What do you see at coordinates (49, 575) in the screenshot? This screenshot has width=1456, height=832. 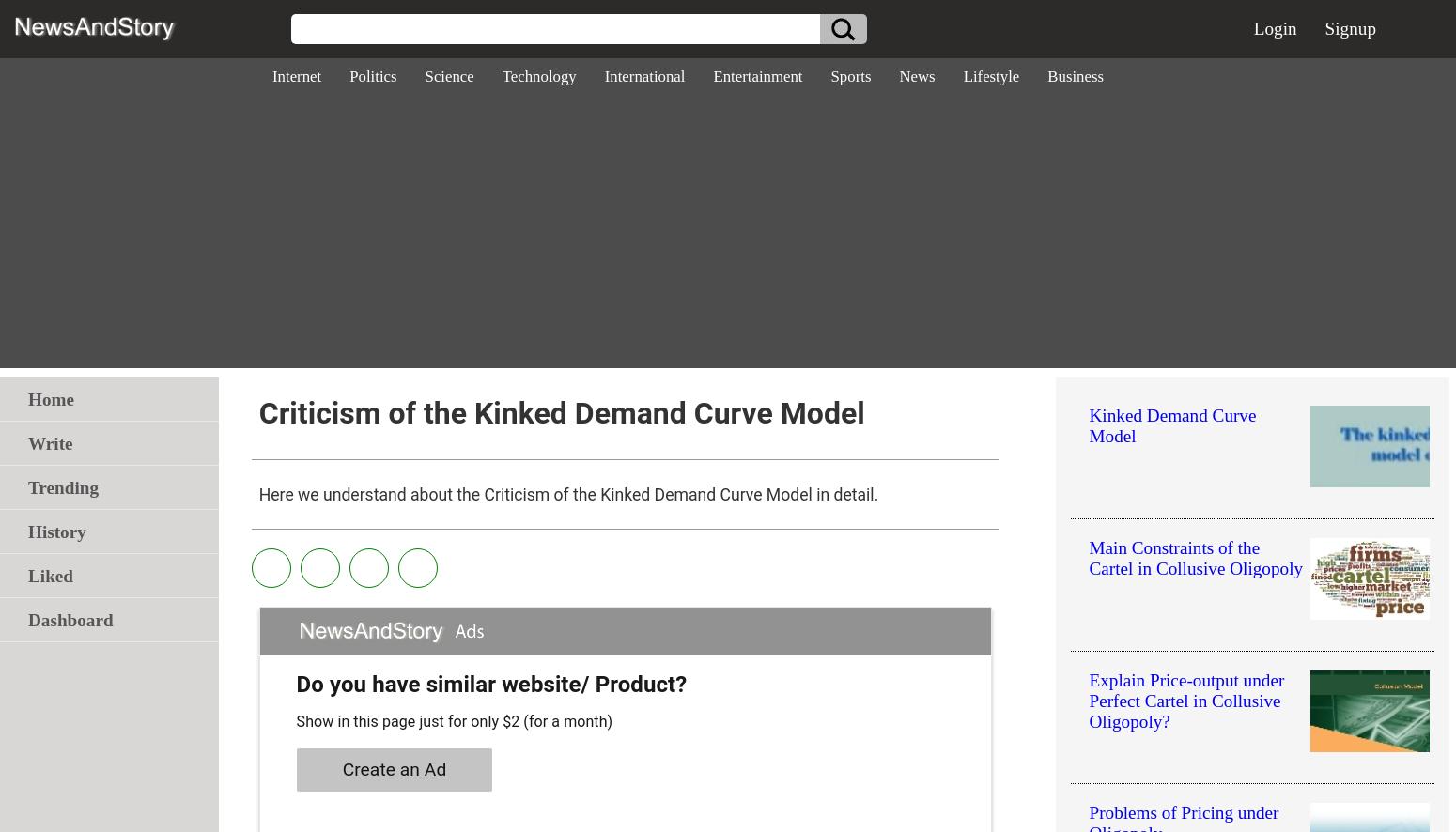 I see `'Liked'` at bounding box center [49, 575].